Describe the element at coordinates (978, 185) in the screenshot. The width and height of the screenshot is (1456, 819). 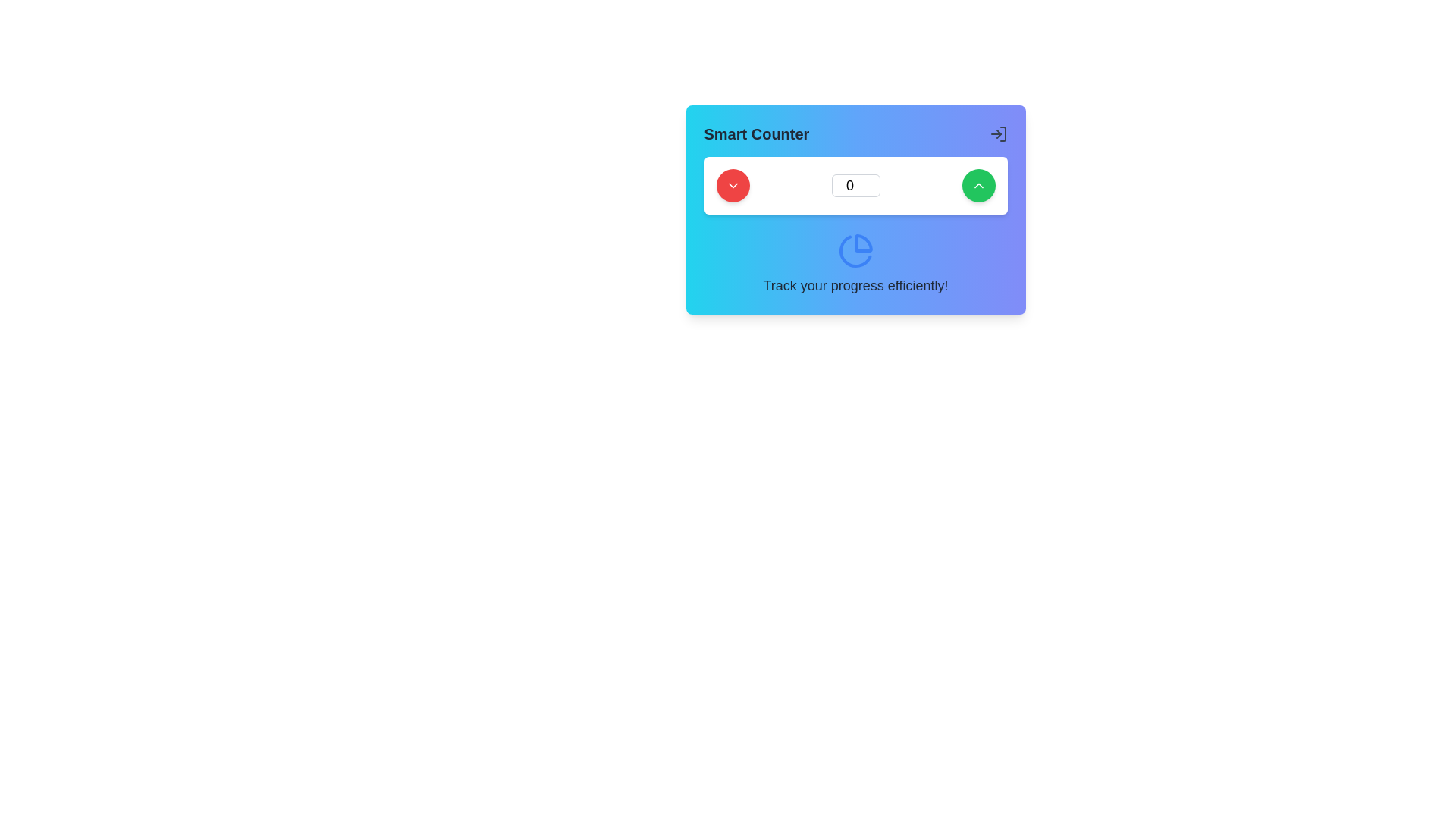
I see `the upward-pointing chevron icon, which is styled with a thin outline and positioned inside a green circular button at the top-right corner of the Smart Counter card interface` at that location.